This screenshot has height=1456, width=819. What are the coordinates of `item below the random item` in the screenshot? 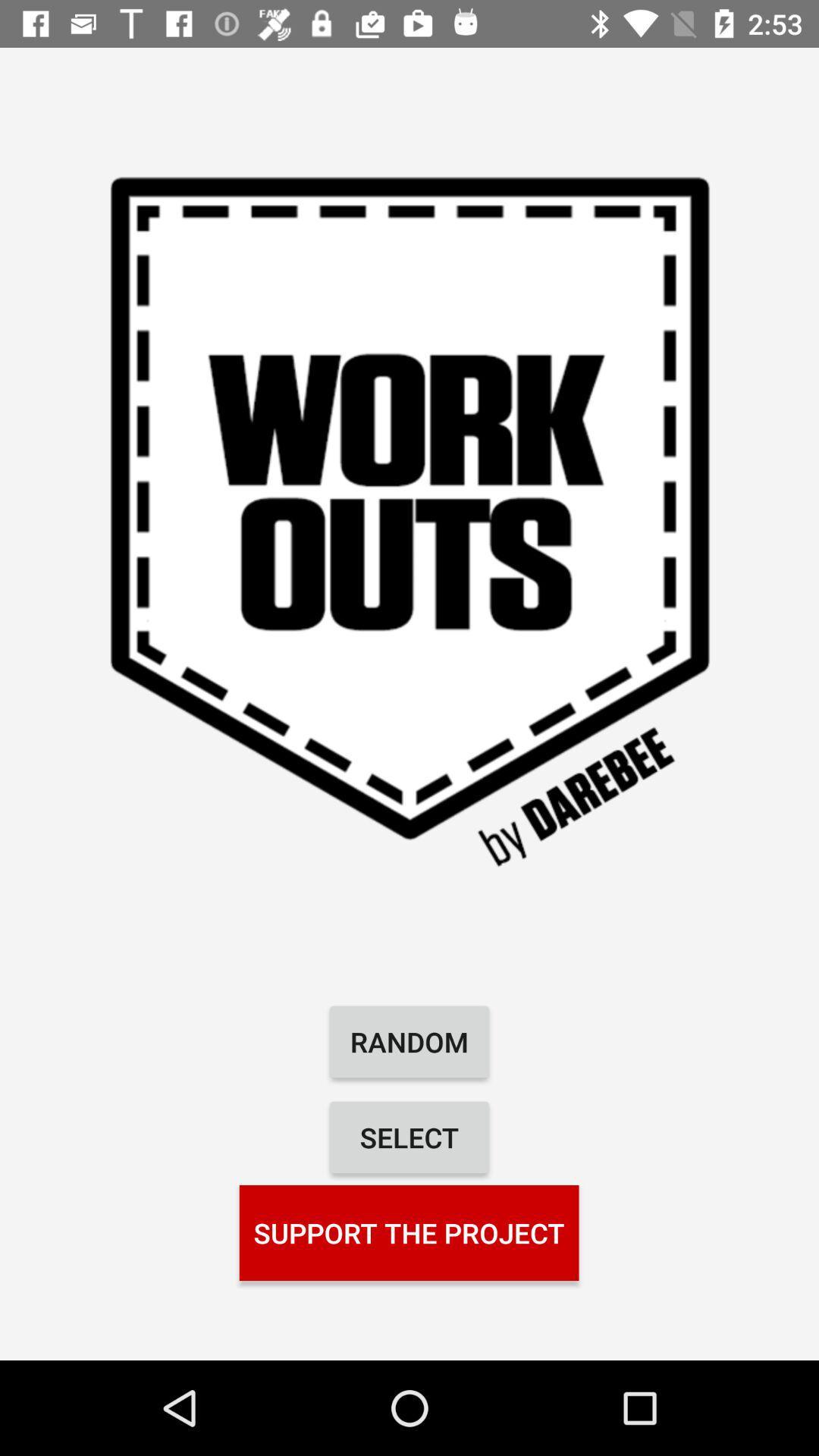 It's located at (409, 1137).